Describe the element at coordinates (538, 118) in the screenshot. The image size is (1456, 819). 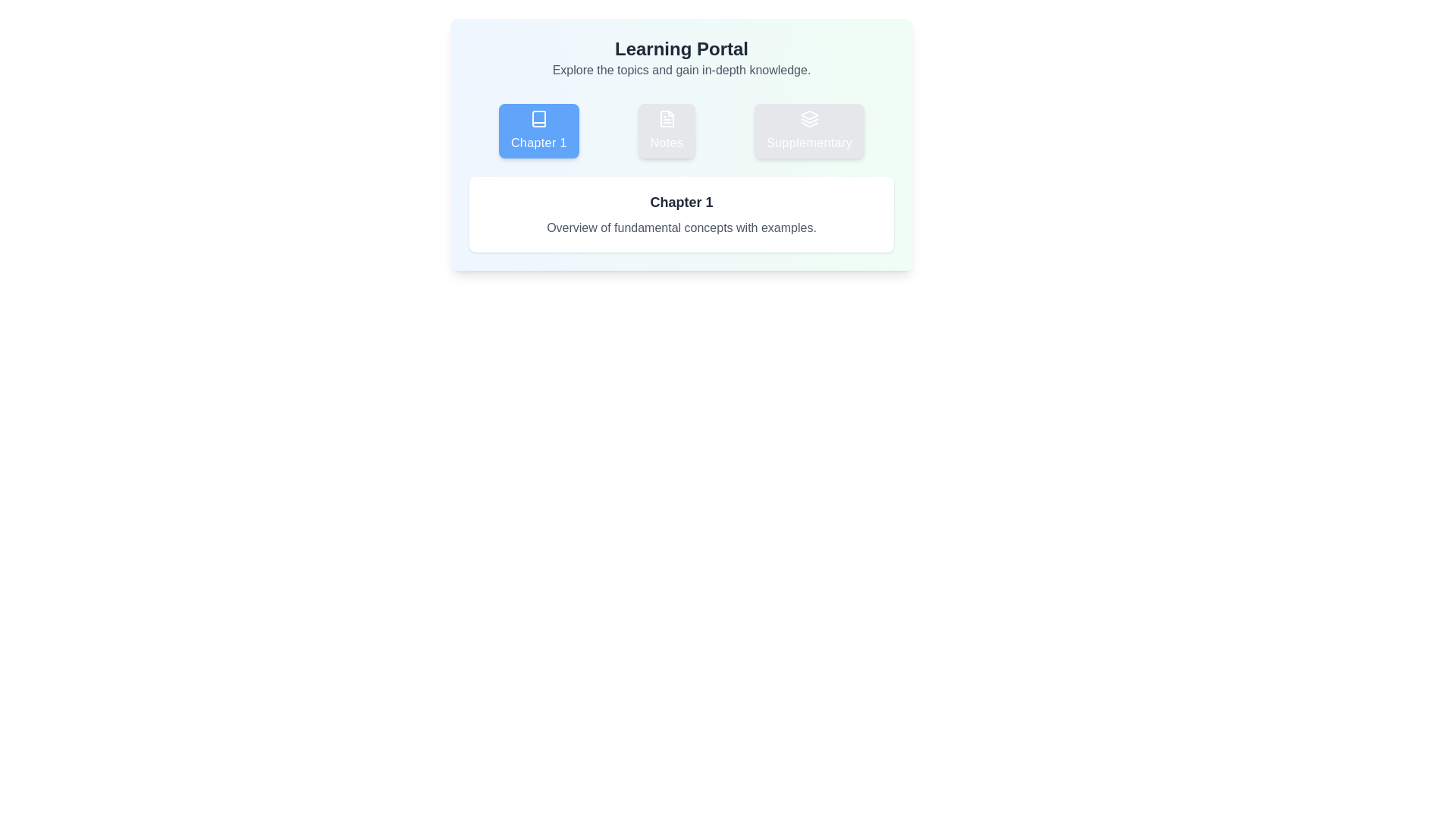
I see `the open book icon located at the top center of the 'Chapter 1' button in the Learning Portal interface` at that location.